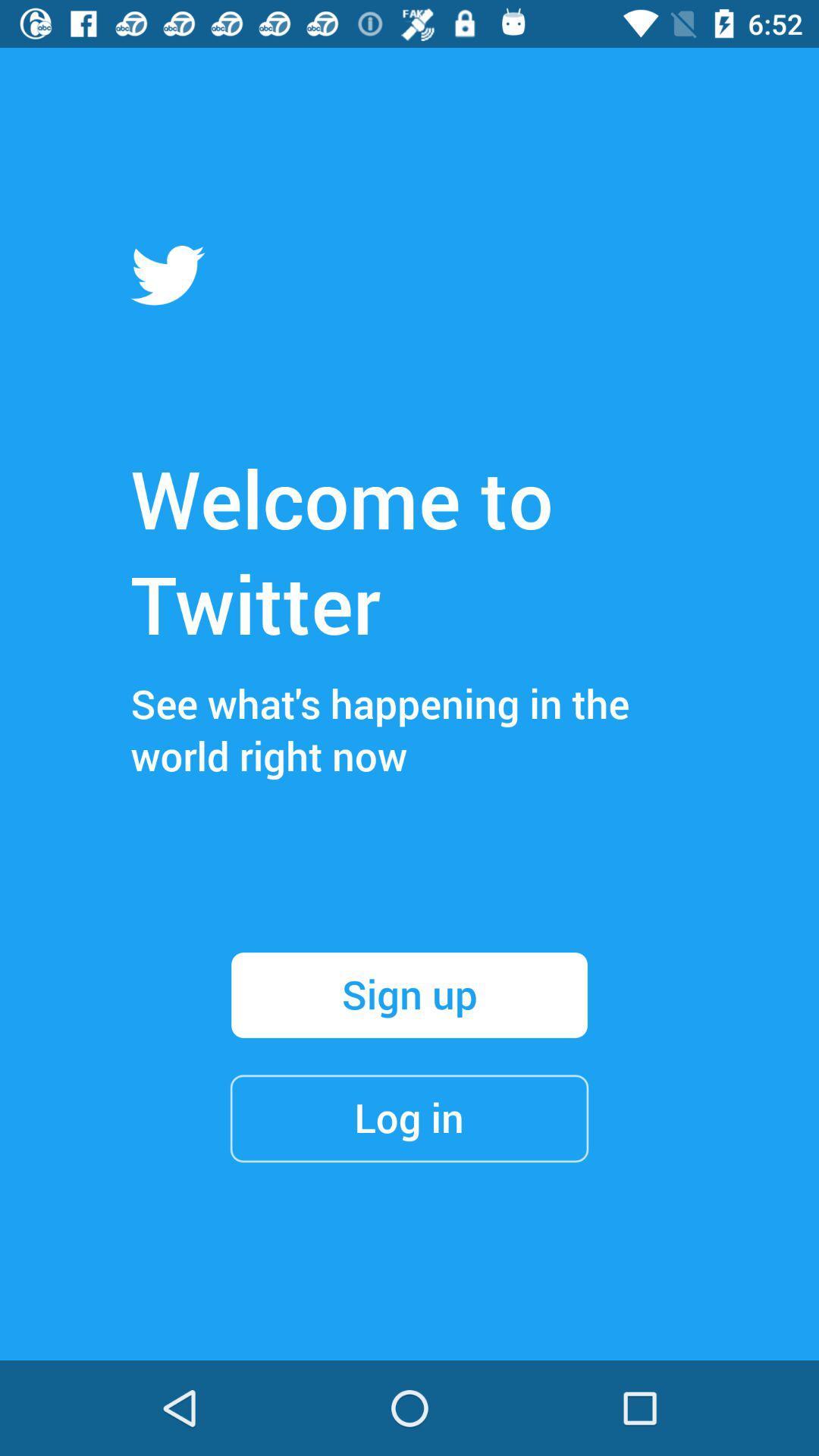 Image resolution: width=819 pixels, height=1456 pixels. What do you see at coordinates (409, 1119) in the screenshot?
I see `the log in icon` at bounding box center [409, 1119].